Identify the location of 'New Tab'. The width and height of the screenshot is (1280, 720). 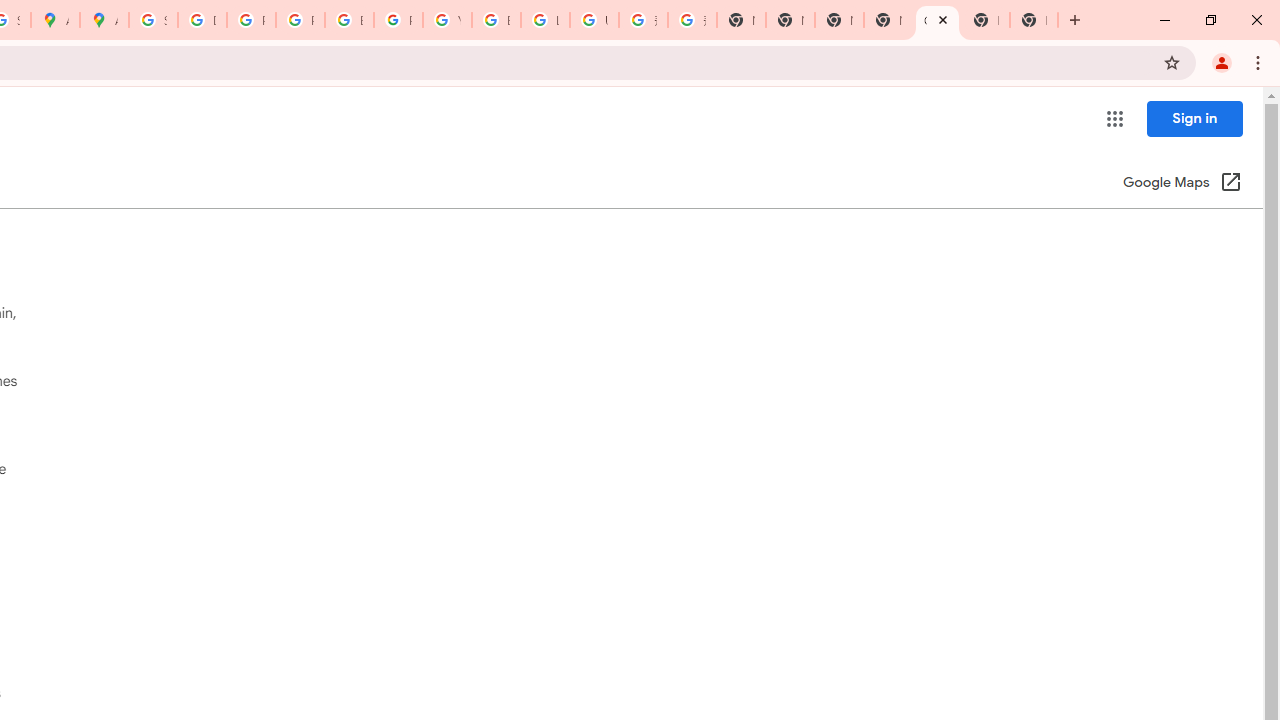
(1034, 20).